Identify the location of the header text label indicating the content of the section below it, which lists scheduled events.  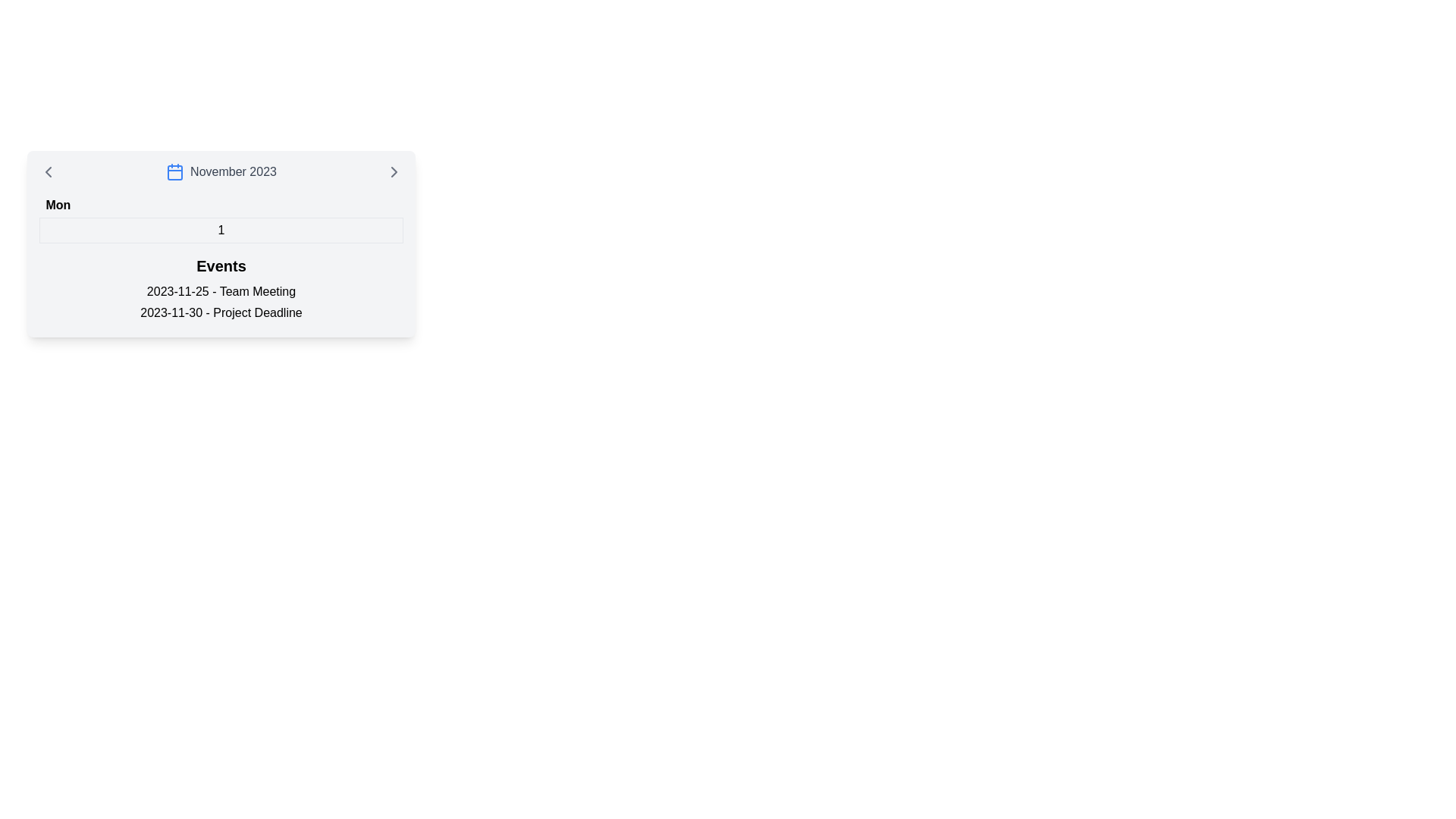
(221, 265).